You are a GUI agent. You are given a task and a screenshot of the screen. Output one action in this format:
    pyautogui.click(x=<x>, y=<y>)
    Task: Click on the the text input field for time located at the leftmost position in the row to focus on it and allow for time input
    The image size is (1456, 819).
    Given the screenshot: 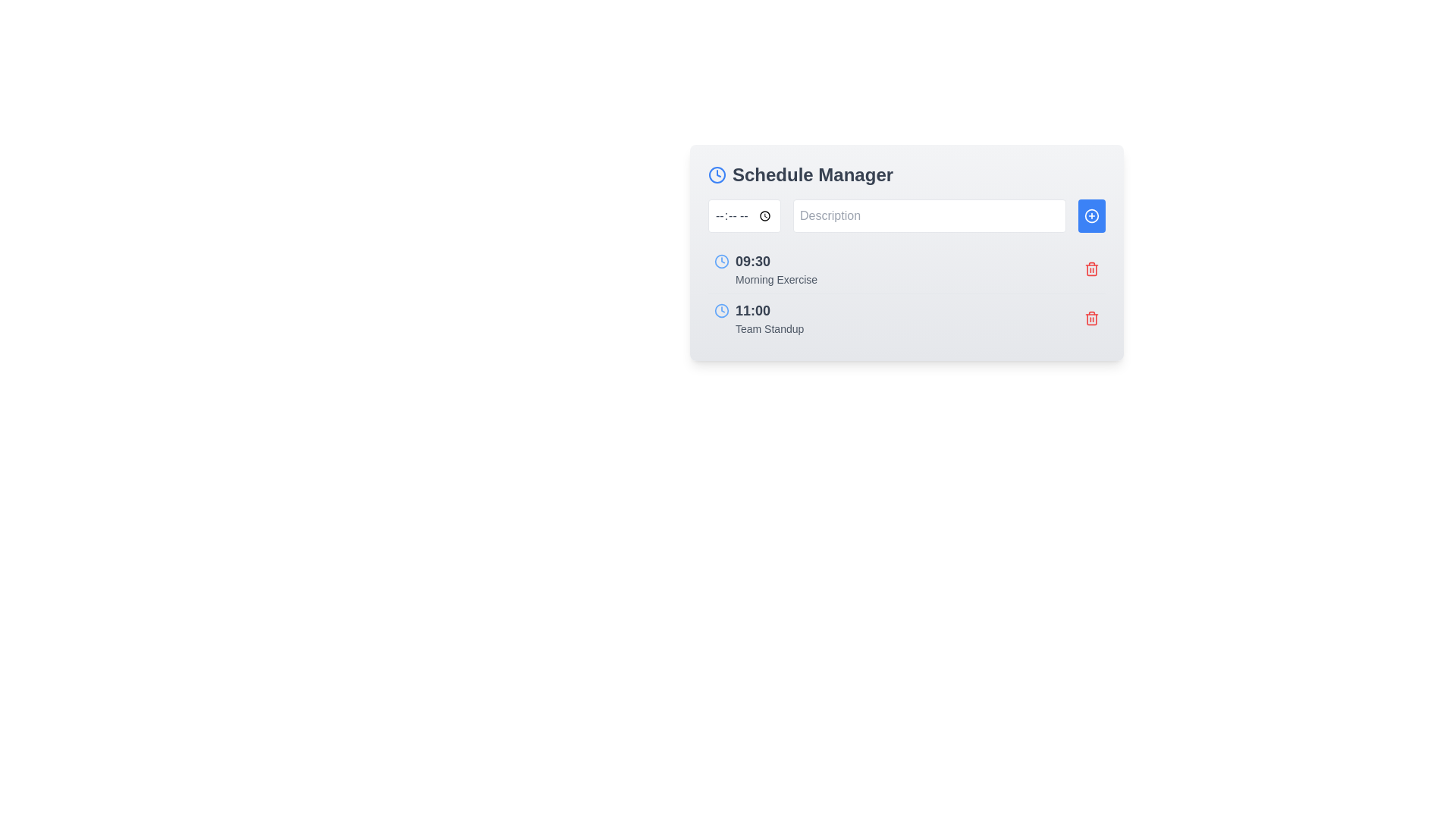 What is the action you would take?
    pyautogui.click(x=745, y=216)
    